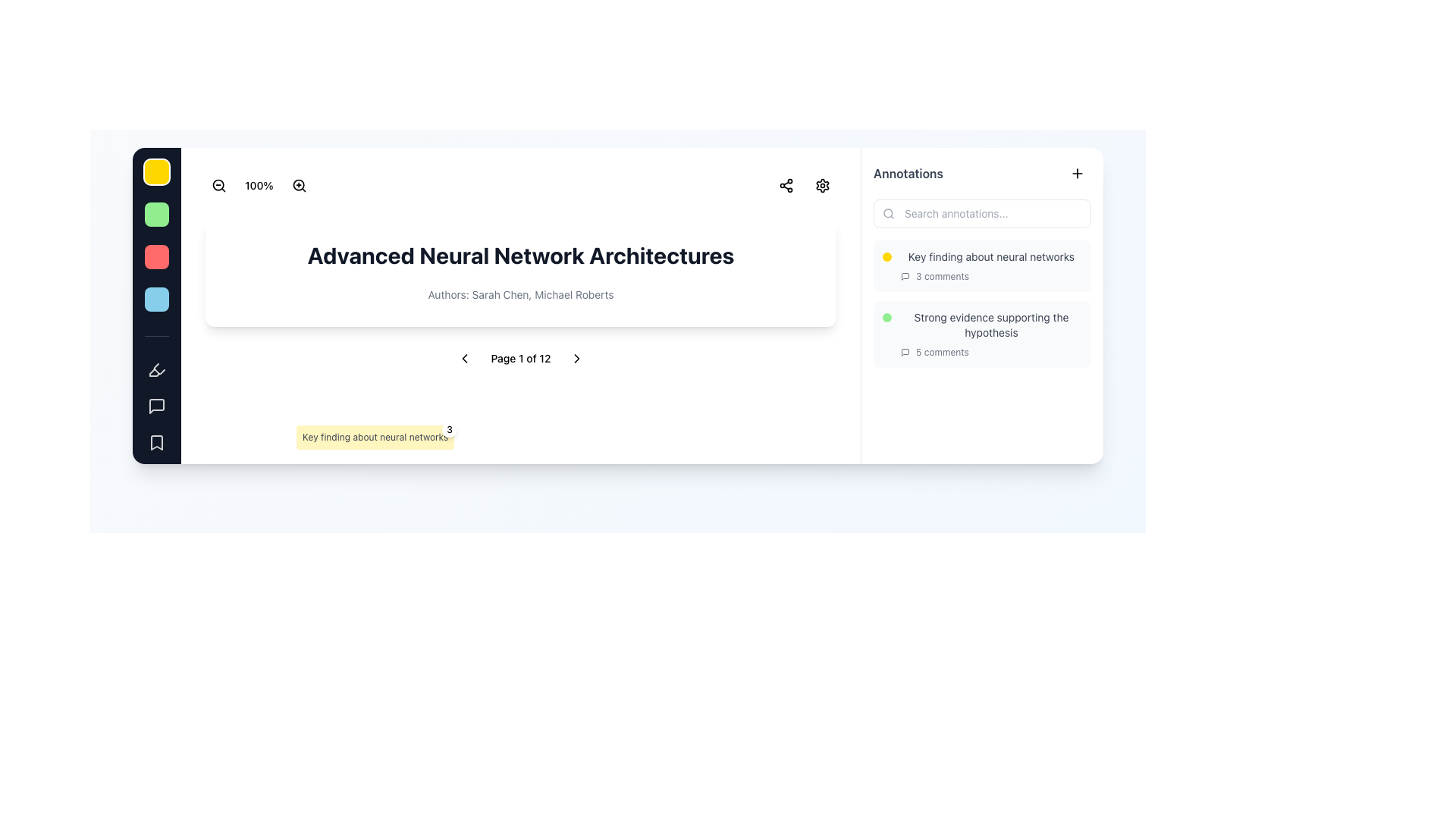 Image resolution: width=1456 pixels, height=819 pixels. What do you see at coordinates (786, 185) in the screenshot?
I see `the share button located` at bounding box center [786, 185].